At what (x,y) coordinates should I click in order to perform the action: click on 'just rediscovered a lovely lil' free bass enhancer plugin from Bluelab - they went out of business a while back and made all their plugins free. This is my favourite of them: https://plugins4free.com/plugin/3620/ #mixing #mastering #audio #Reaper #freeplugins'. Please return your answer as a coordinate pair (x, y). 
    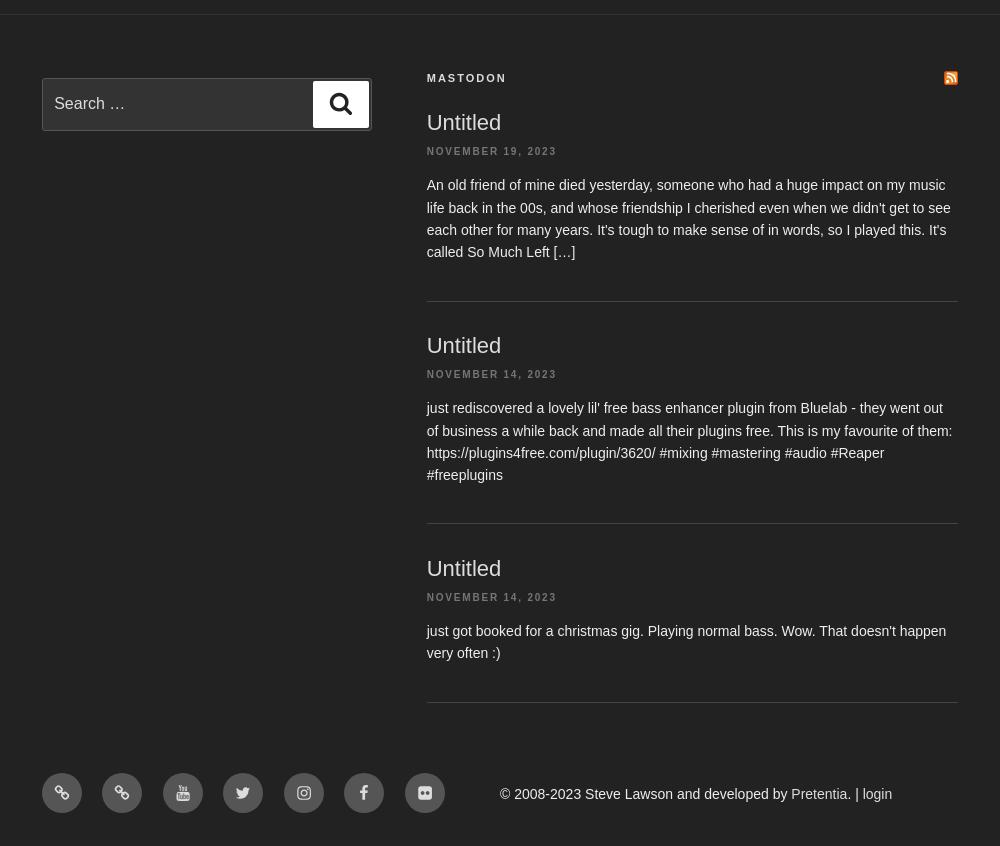
    Looking at the image, I should click on (688, 440).